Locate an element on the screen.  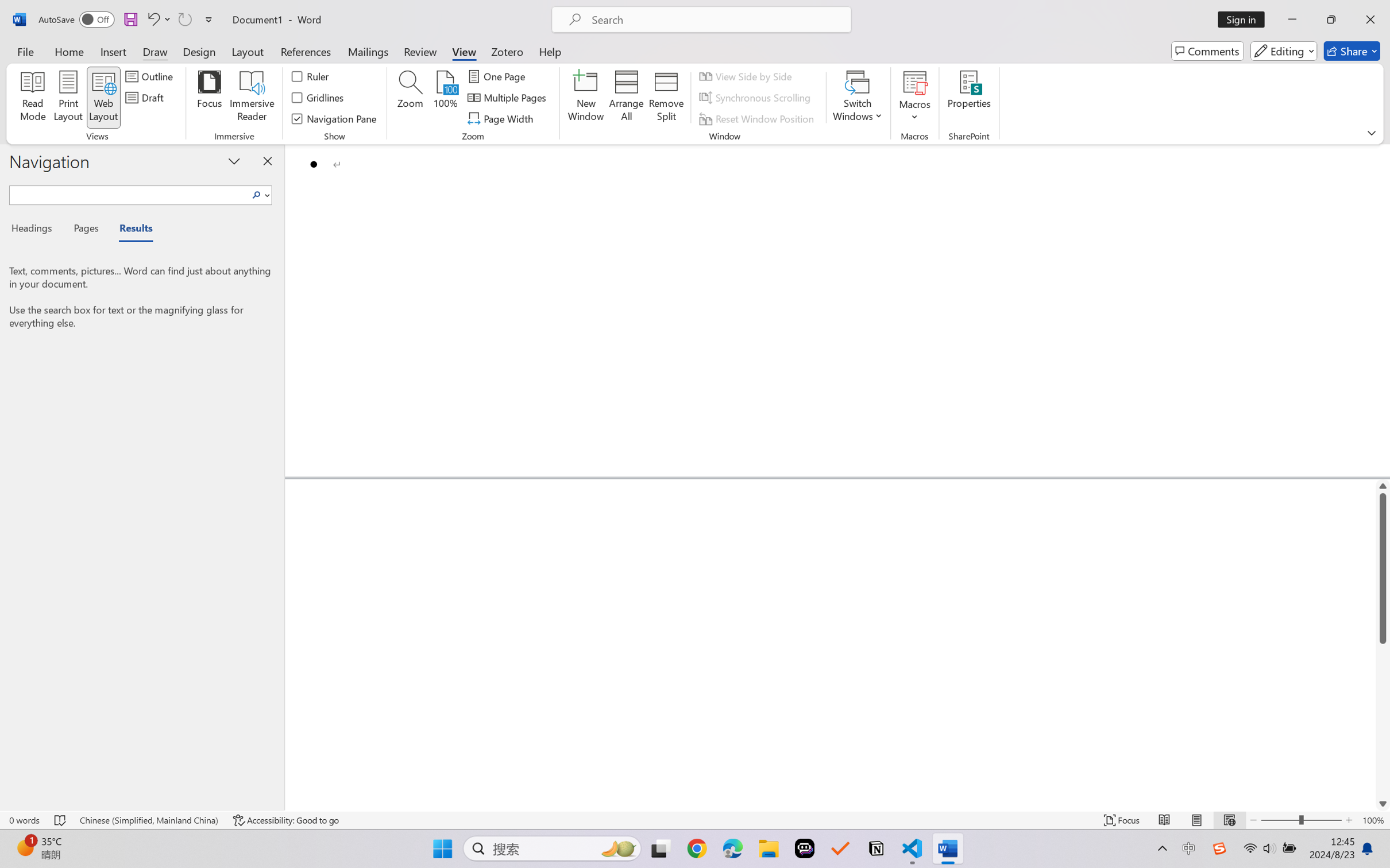
'New Window' is located at coordinates (586, 98).